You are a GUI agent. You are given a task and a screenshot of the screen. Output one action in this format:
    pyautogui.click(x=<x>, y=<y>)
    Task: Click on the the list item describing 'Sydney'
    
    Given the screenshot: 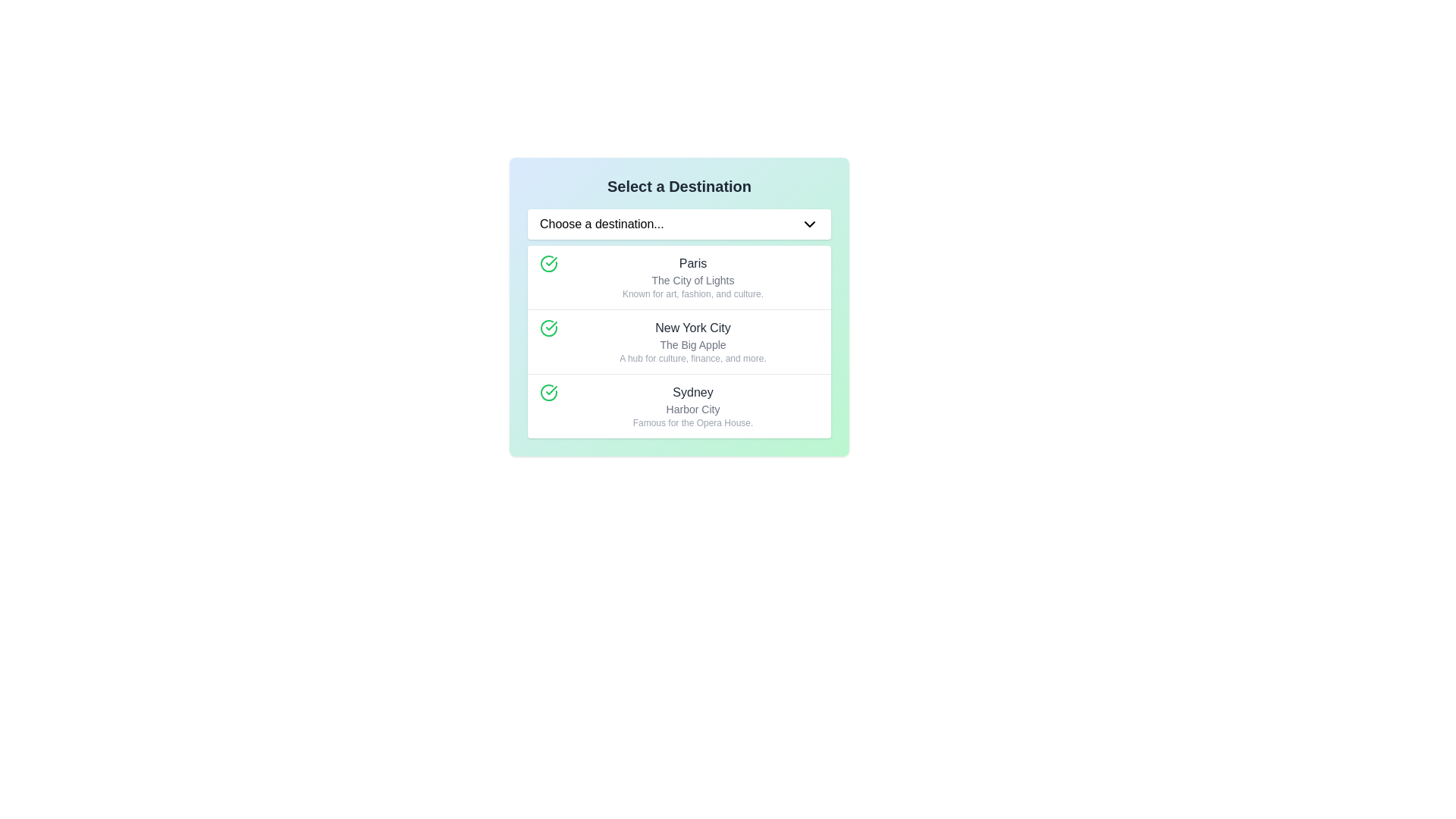 What is the action you would take?
    pyautogui.click(x=679, y=405)
    